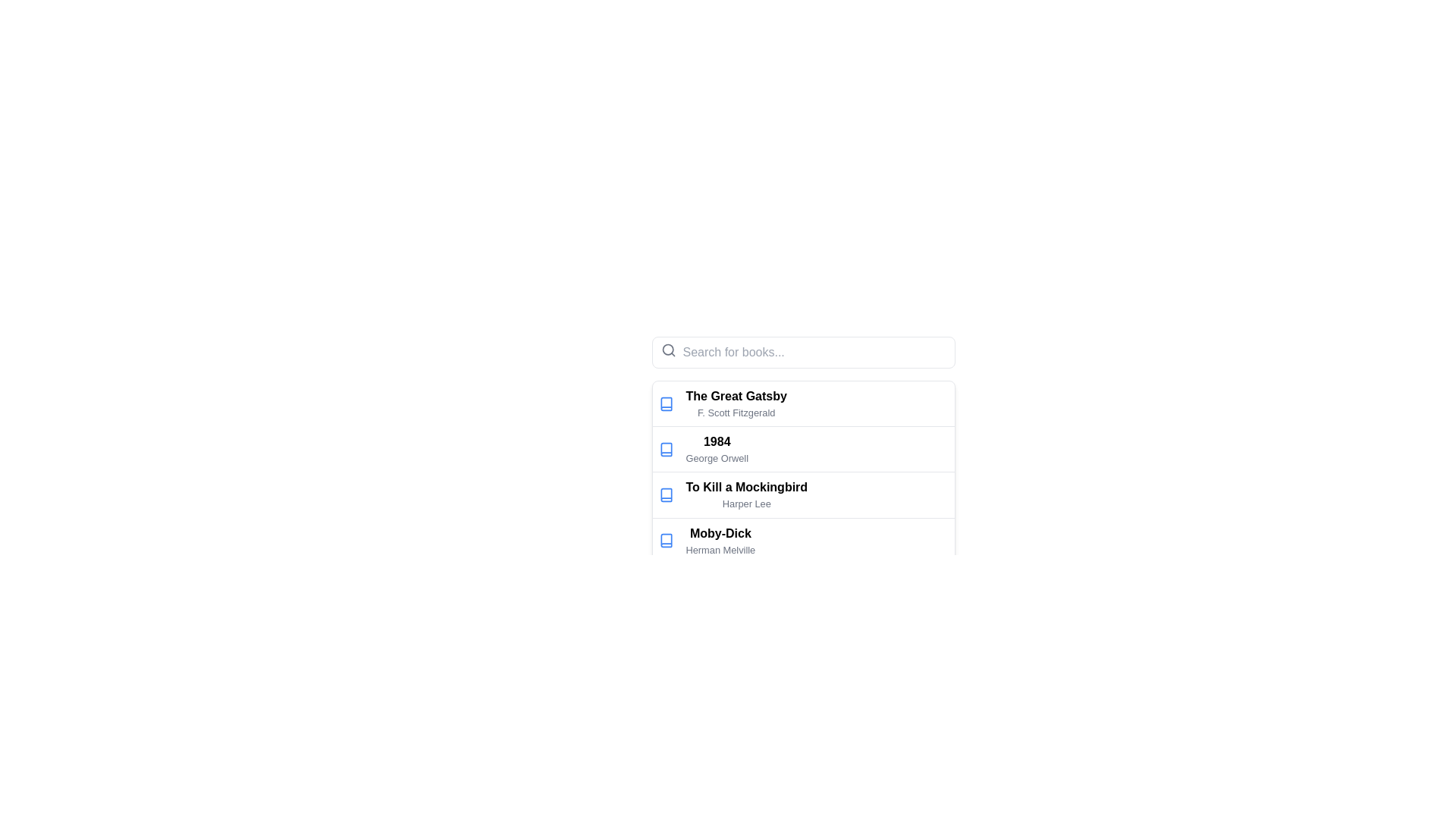  Describe the element at coordinates (666, 540) in the screenshot. I see `the open book icon, which is styled in blue and positioned to the left of the 'Moby-Dick' list item by 'Herman Melville'` at that location.